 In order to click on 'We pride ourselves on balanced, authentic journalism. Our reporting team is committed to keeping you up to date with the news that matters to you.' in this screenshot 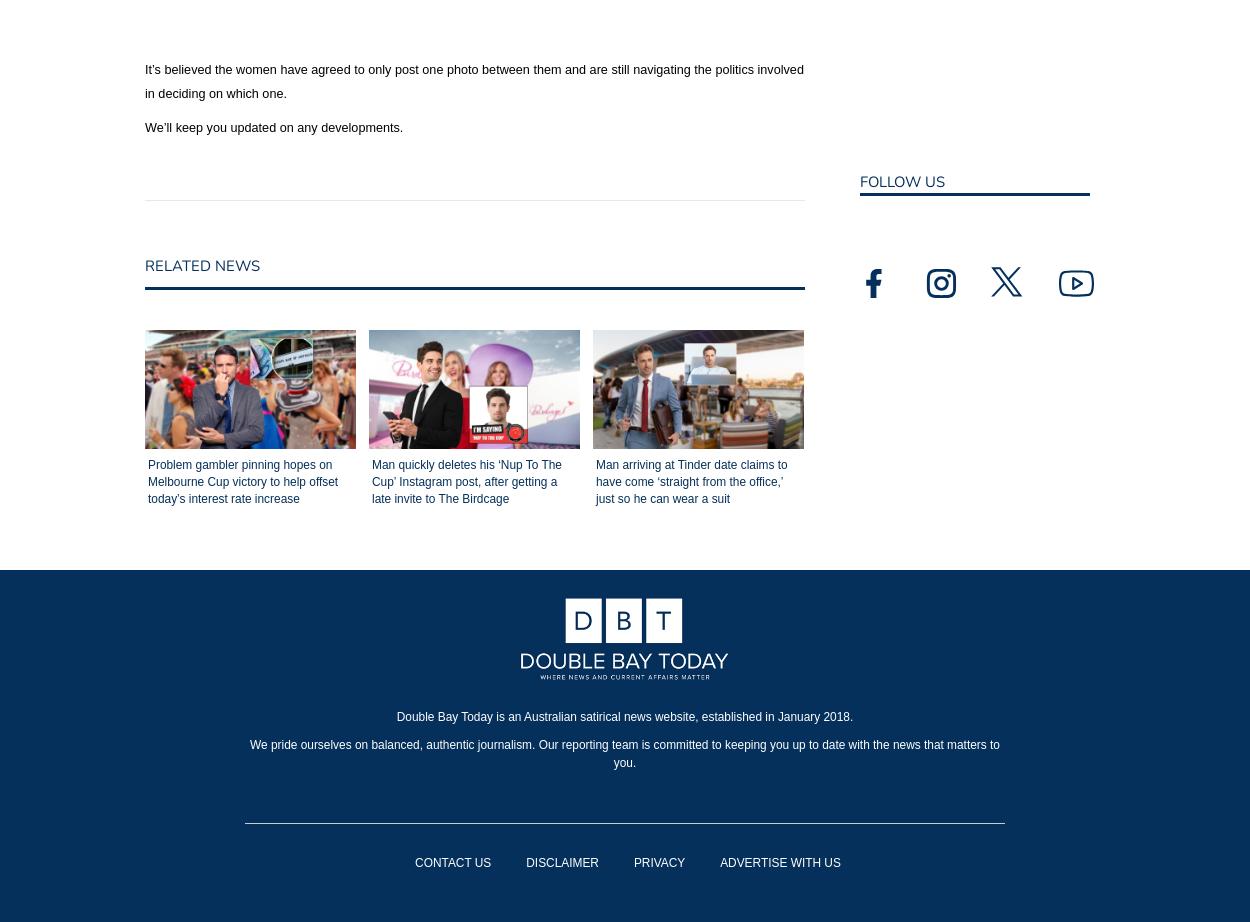, I will do `click(623, 751)`.